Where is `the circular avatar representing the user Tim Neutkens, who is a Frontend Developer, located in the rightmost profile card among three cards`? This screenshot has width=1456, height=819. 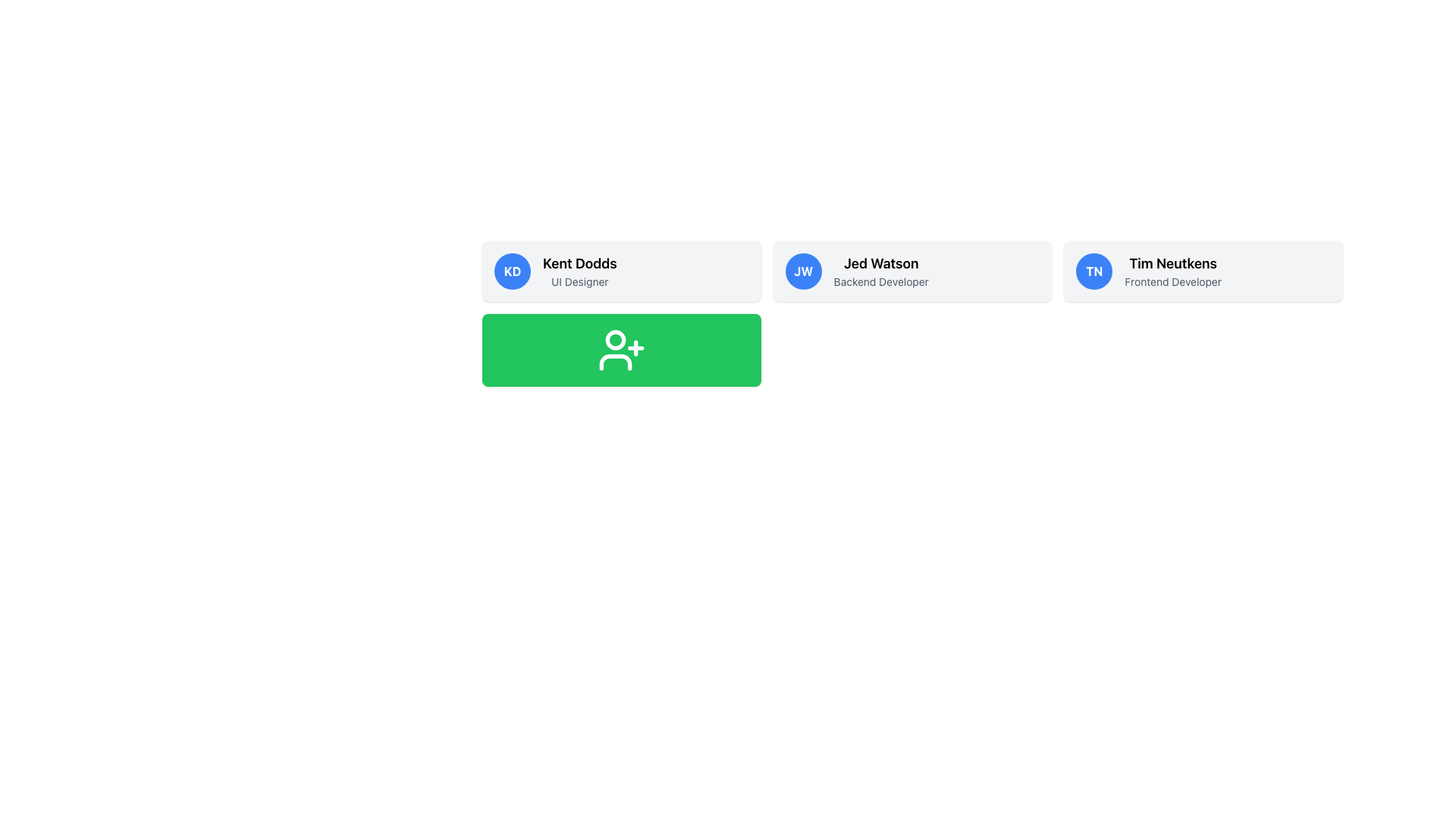
the circular avatar representing the user Tim Neutkens, who is a Frontend Developer, located in the rightmost profile card among three cards is located at coordinates (1094, 271).